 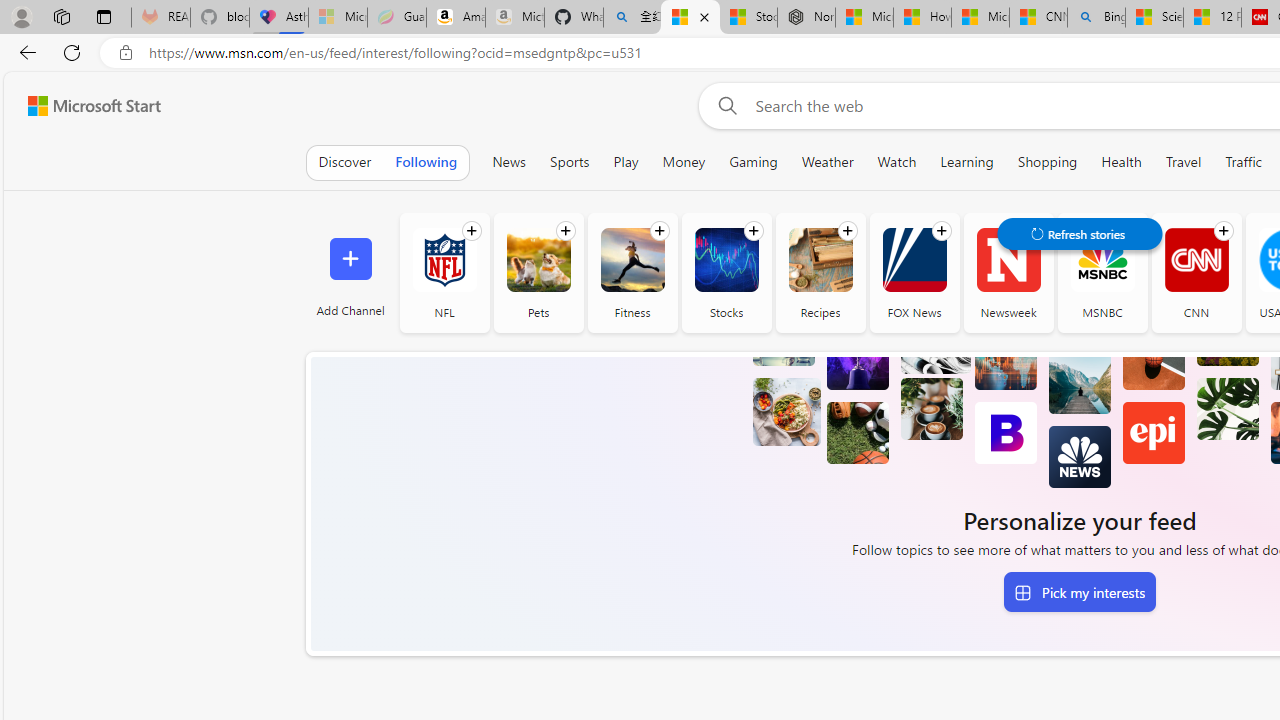 What do you see at coordinates (913, 272) in the screenshot?
I see `'FOX News'` at bounding box center [913, 272].